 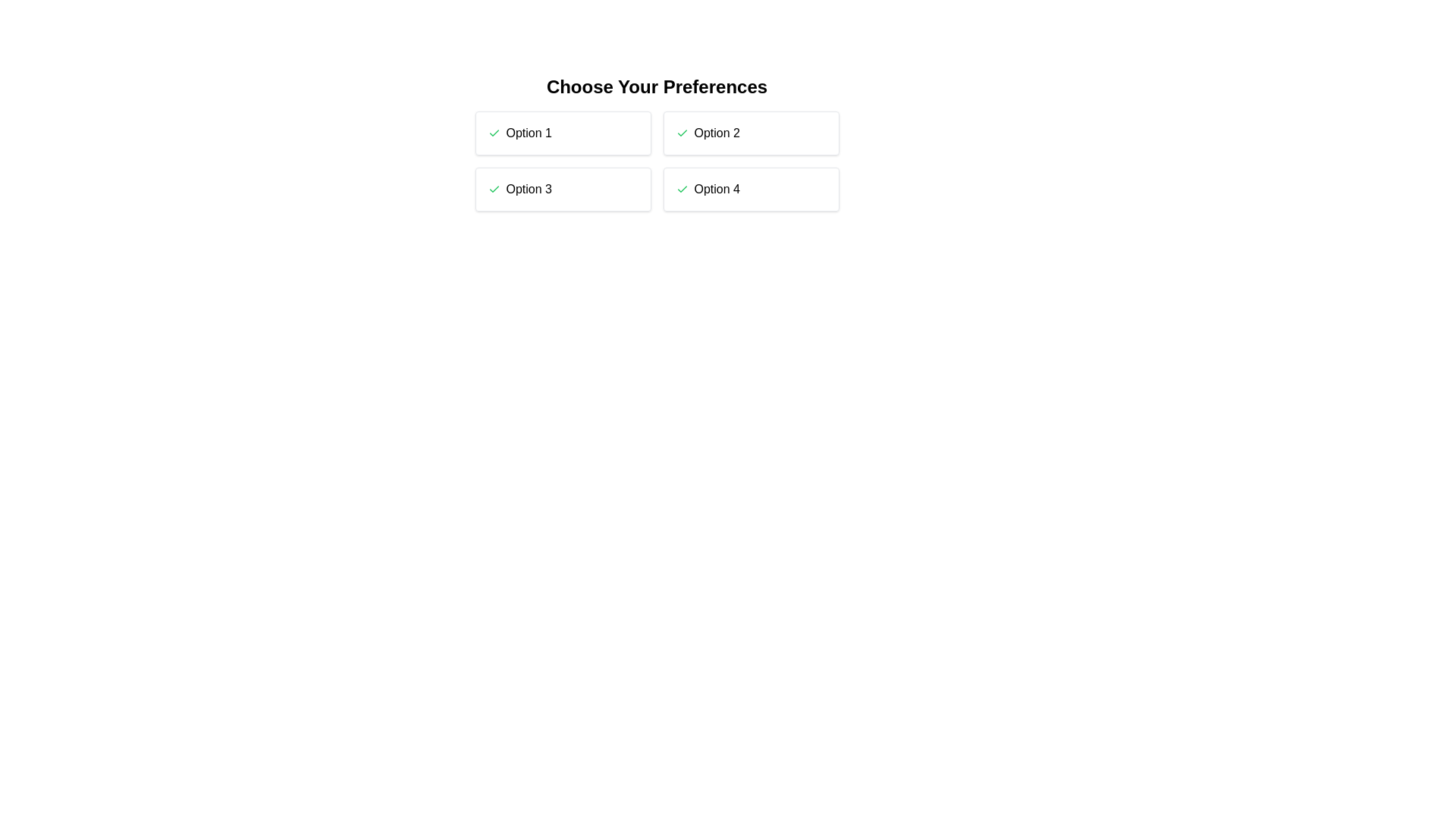 I want to click on the option 1 to observe the hover effect, so click(x=562, y=133).